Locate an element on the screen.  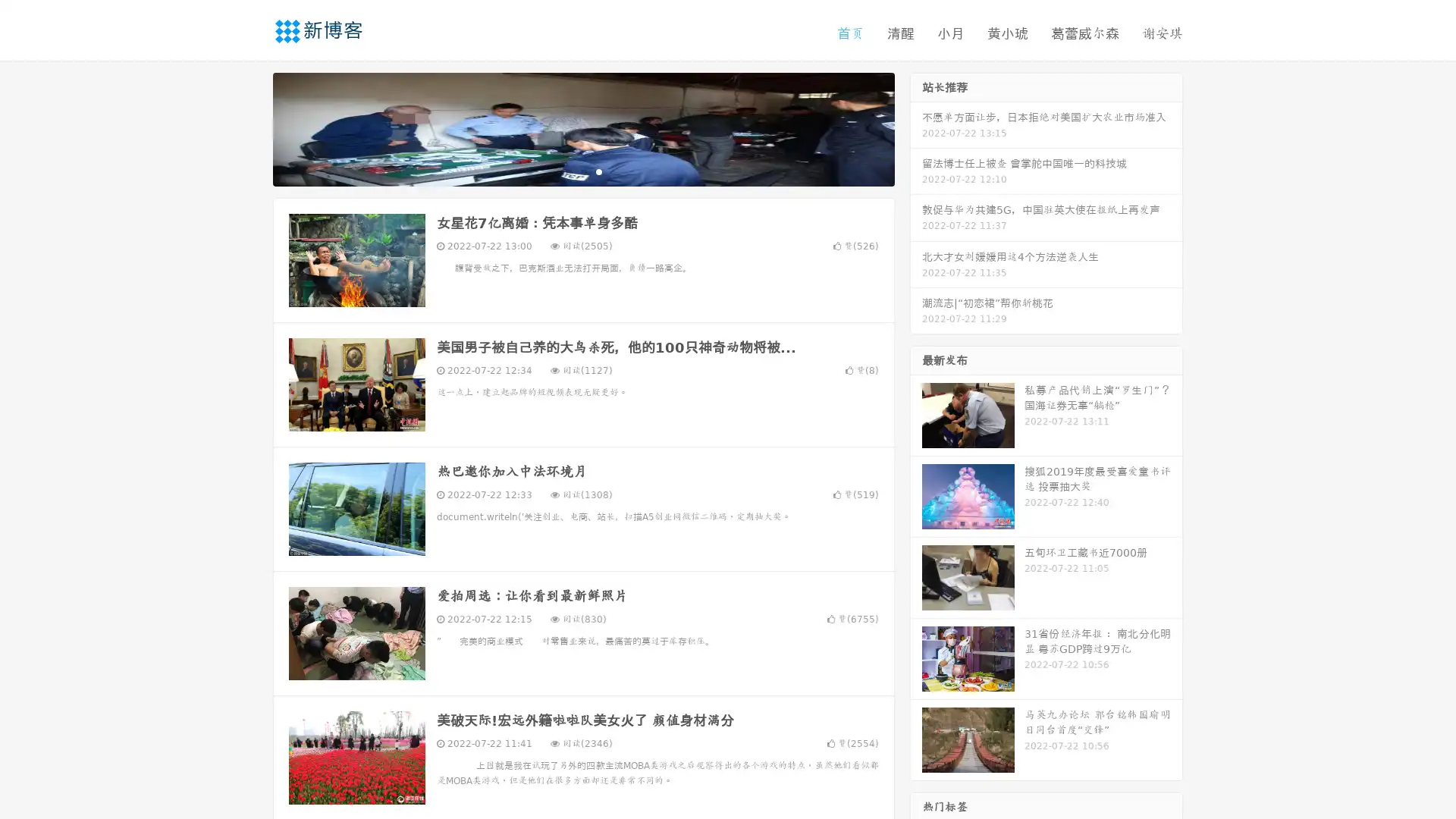
Go to slide 3 is located at coordinates (598, 171).